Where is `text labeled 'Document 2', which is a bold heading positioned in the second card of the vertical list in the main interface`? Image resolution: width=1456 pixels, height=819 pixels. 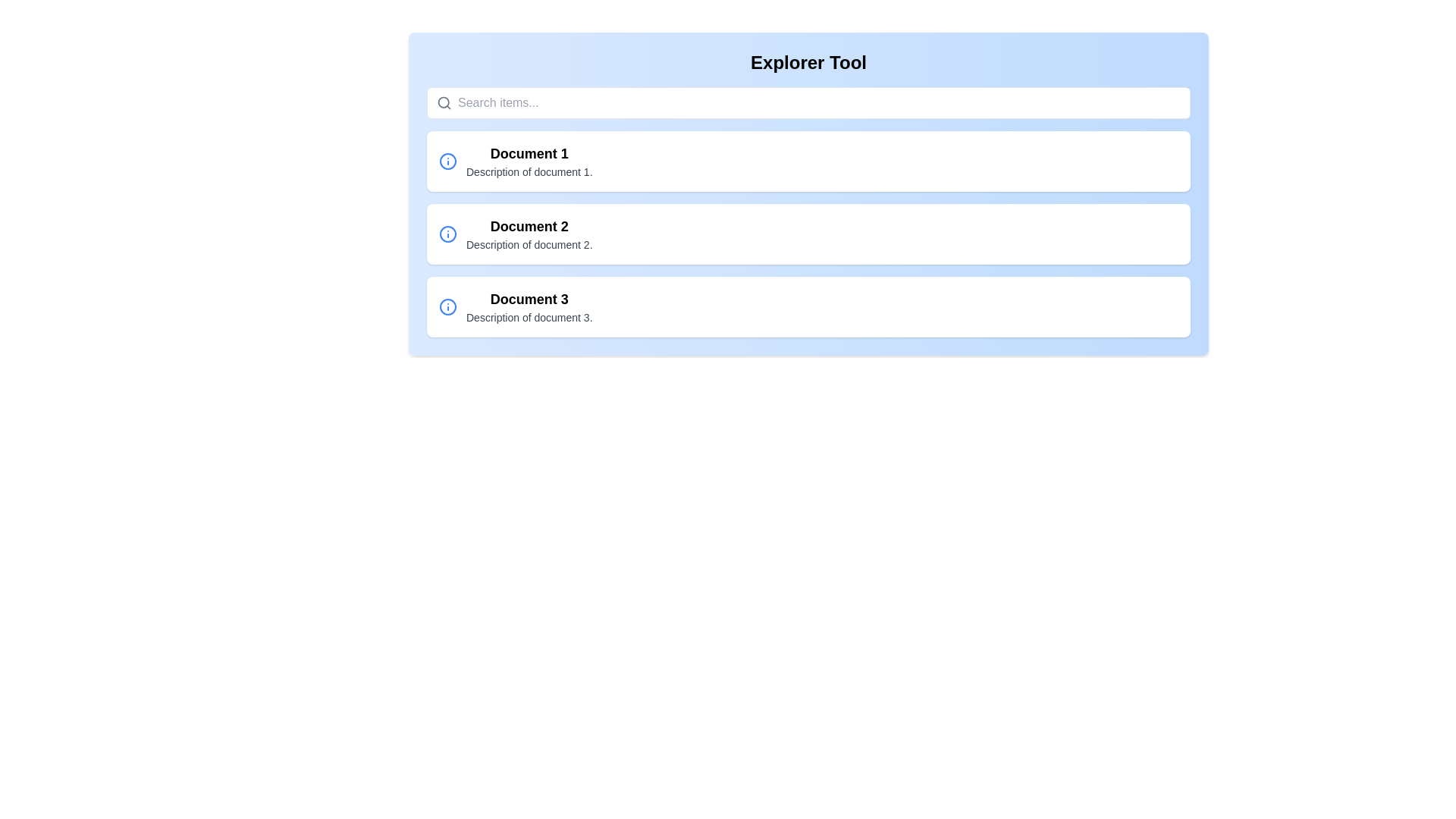
text labeled 'Document 2', which is a bold heading positioned in the second card of the vertical list in the main interface is located at coordinates (529, 227).